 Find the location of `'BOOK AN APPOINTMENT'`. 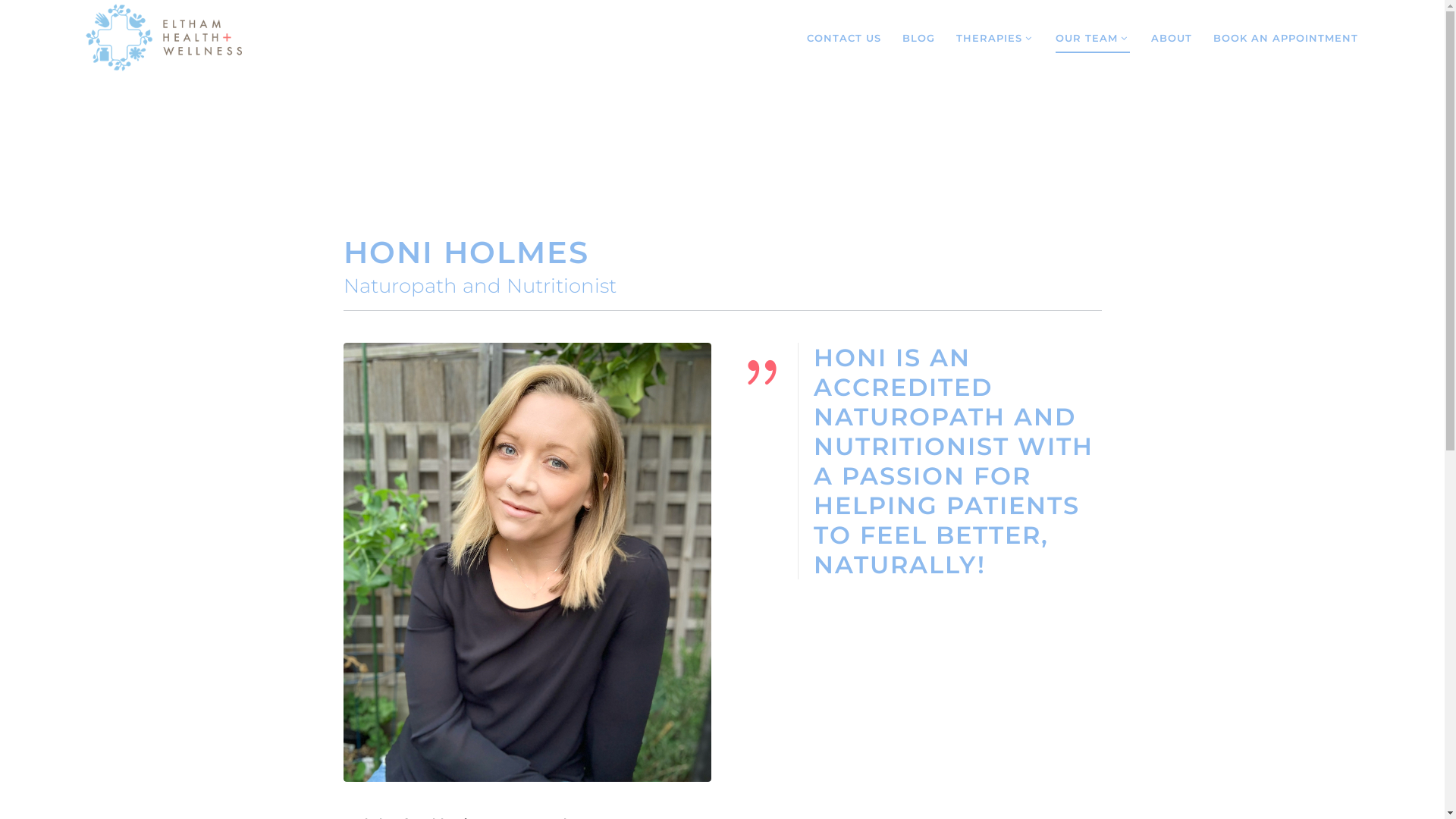

'BOOK AN APPOINTMENT' is located at coordinates (1285, 37).